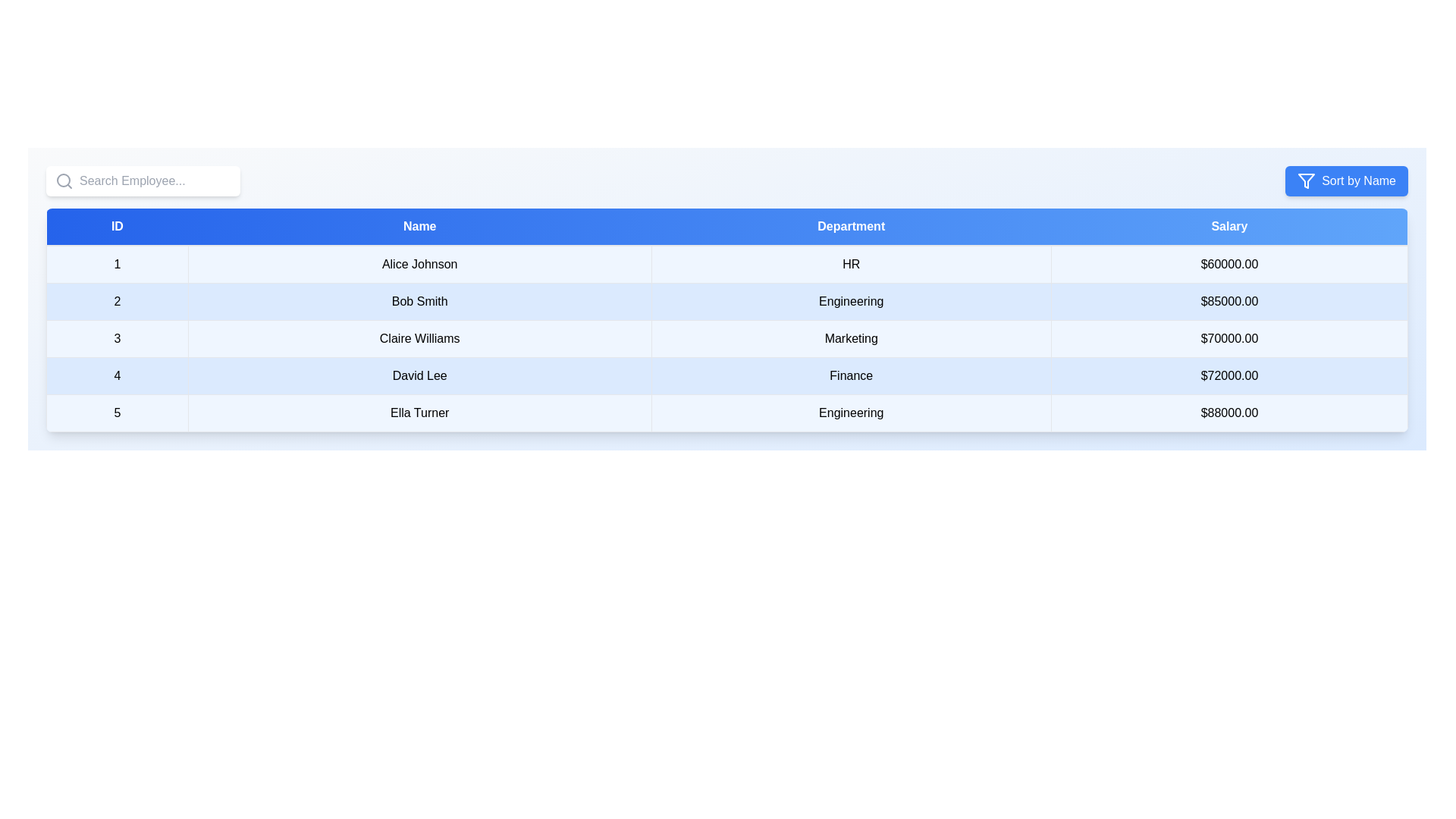  I want to click on the table header cell labeled 'Name' which has a bold white font on a blue background, located between 'ID' and 'Department', so click(419, 227).